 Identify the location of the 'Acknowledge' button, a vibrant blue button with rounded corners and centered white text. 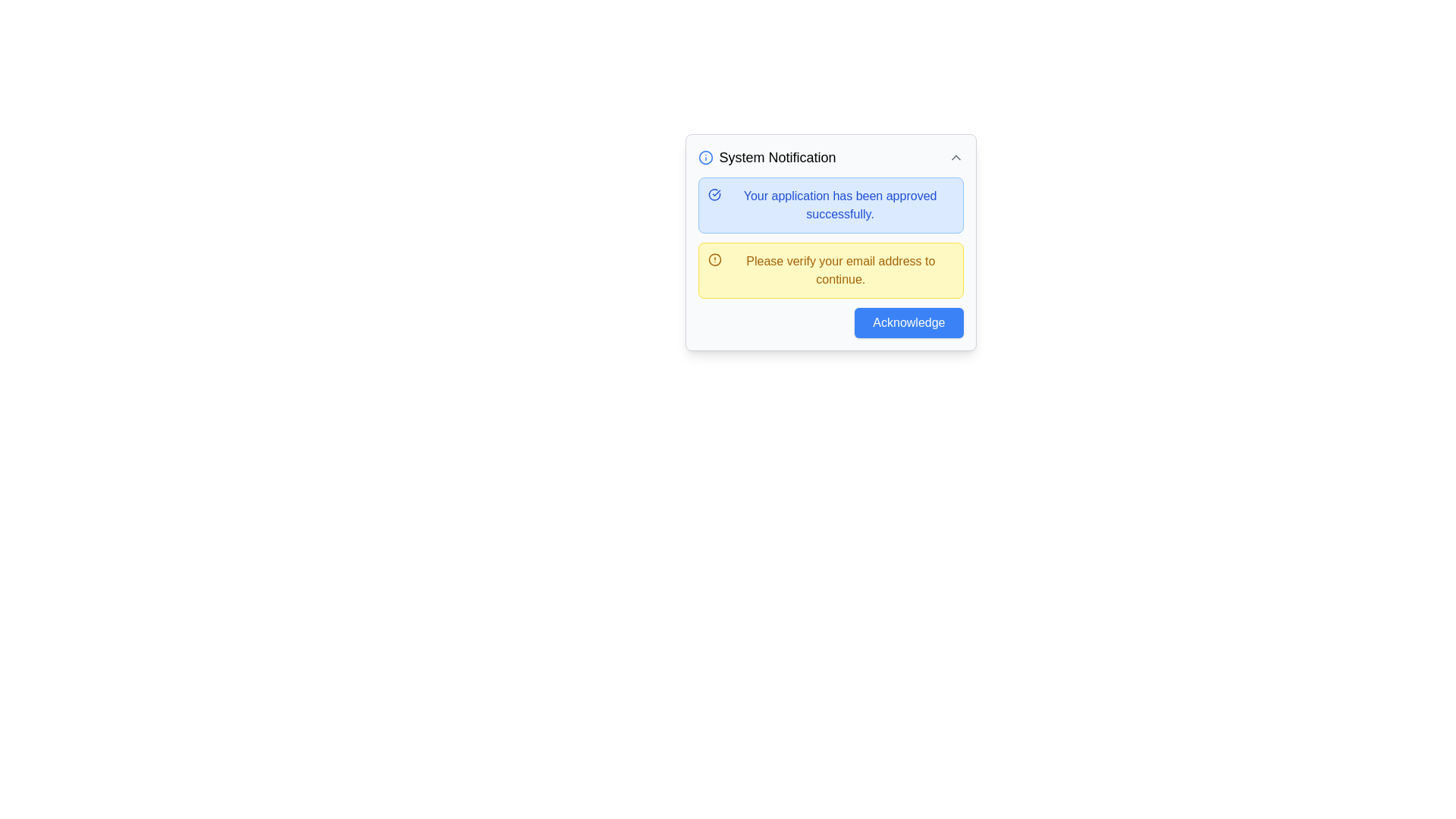
(908, 322).